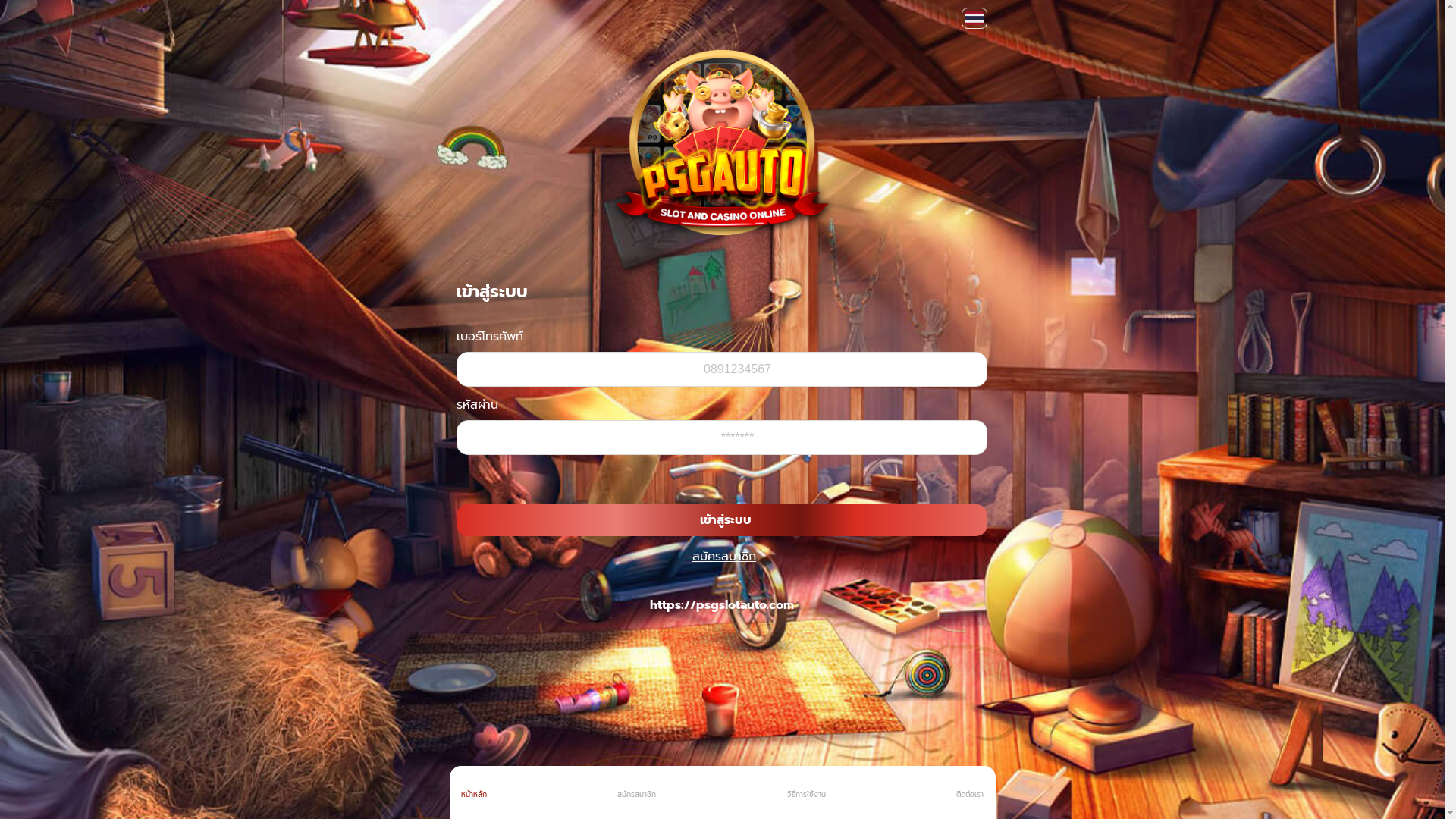  Describe the element at coordinates (720, 604) in the screenshot. I see `'https://psgslotauto.com'` at that location.